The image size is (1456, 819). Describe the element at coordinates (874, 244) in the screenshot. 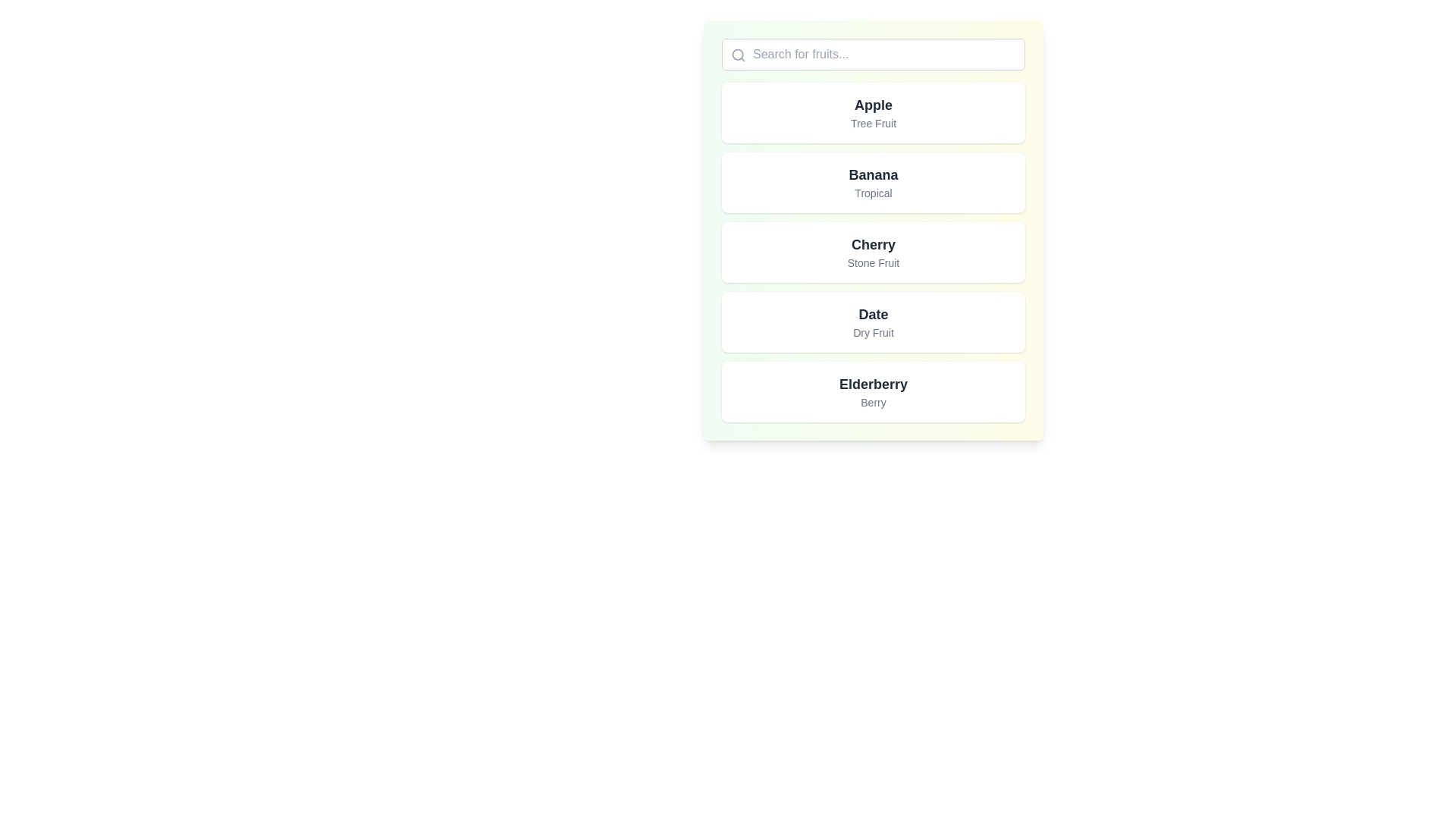

I see `the Text Label that indicates the name of the fruit, located in the middle of the third item in the vertical list, directly above the text 'Stone Fruit'` at that location.